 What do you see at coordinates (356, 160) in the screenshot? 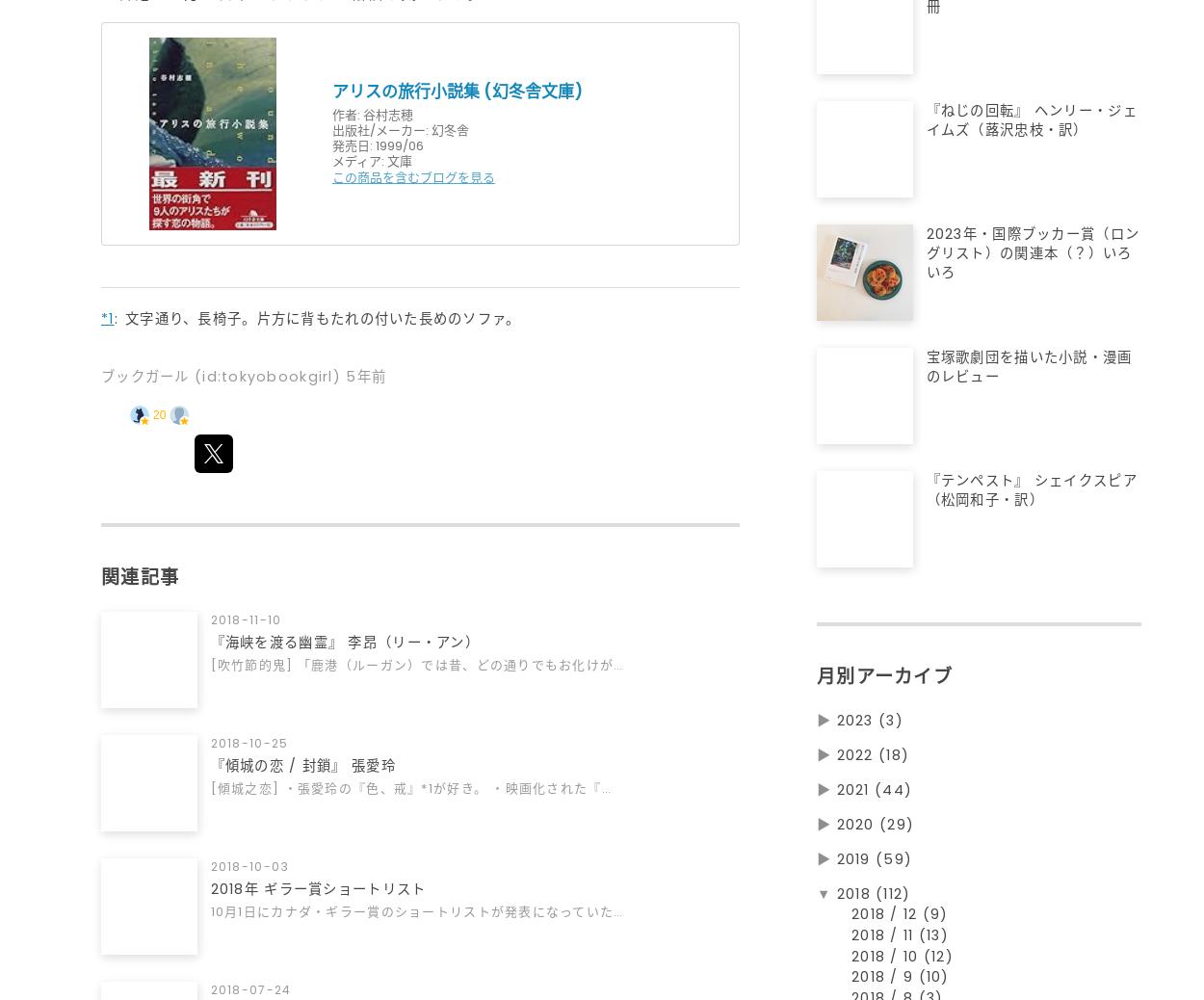
I see `'メディア:'` at bounding box center [356, 160].